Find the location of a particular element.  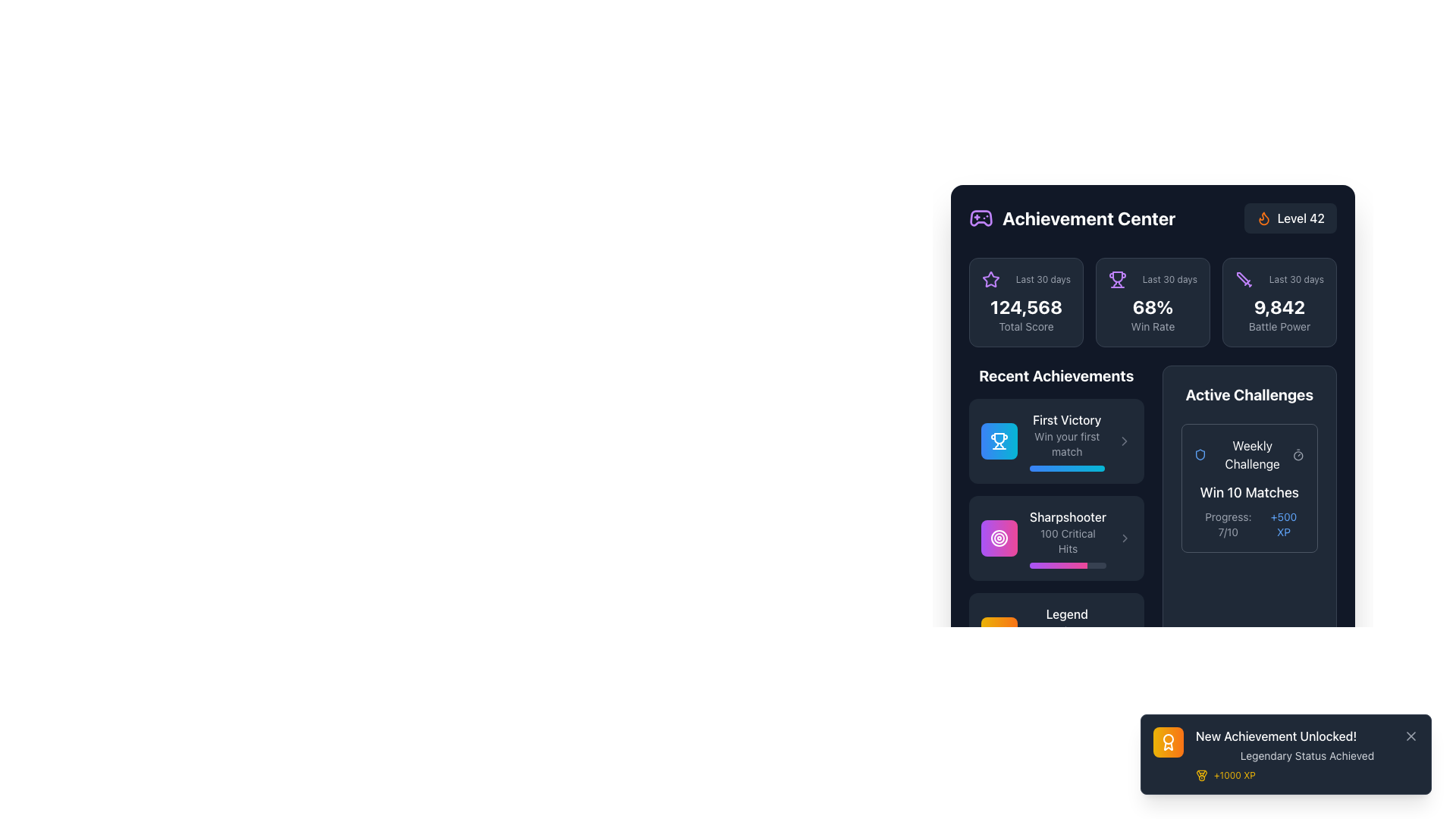

the progress information text label located in the 'Active Challenges' section, under the 'Weekly Challenge' heading, positioned to the left of the '+500 XP' text is located at coordinates (1228, 523).